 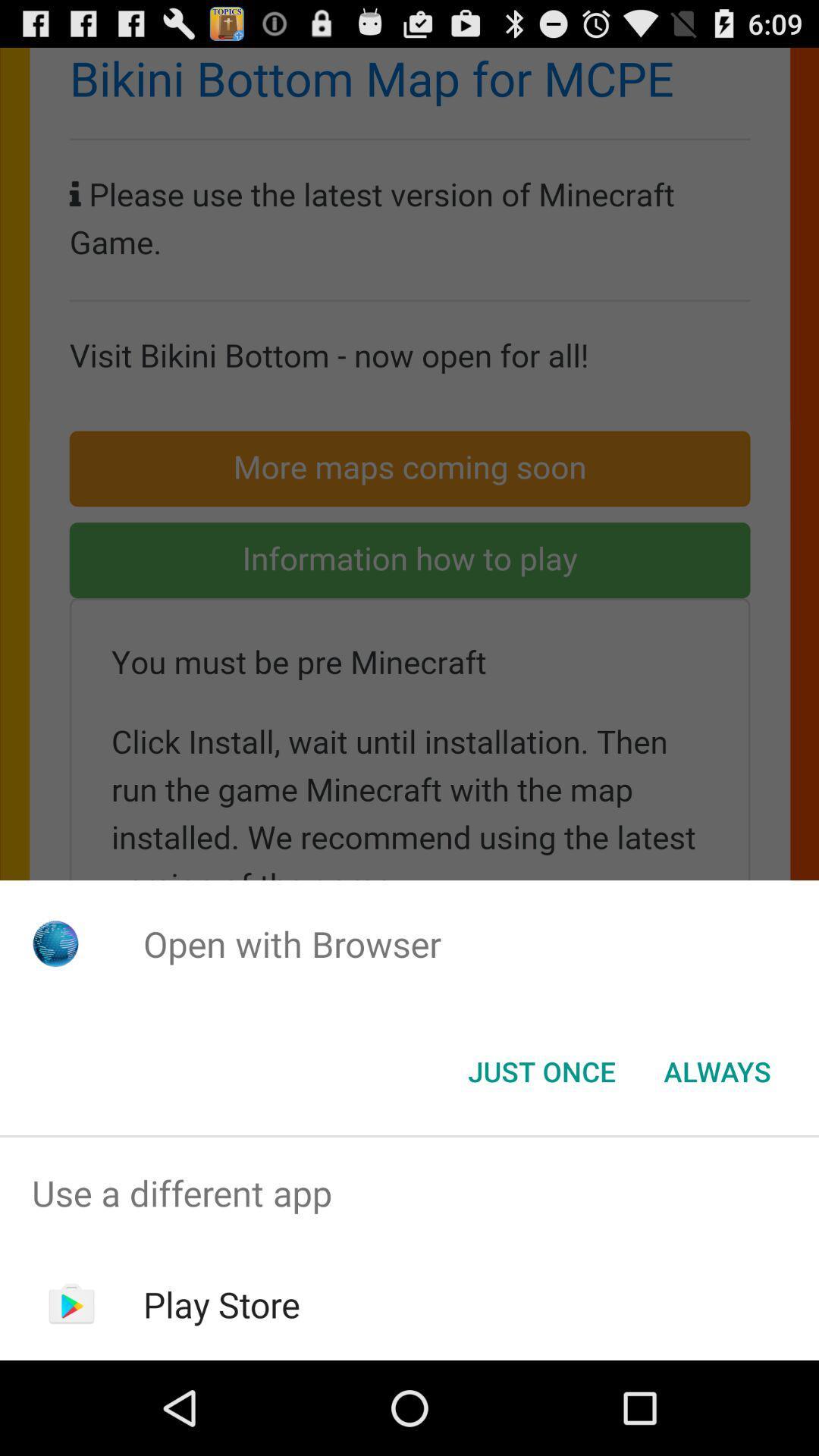 I want to click on the item next to the always, so click(x=541, y=1070).